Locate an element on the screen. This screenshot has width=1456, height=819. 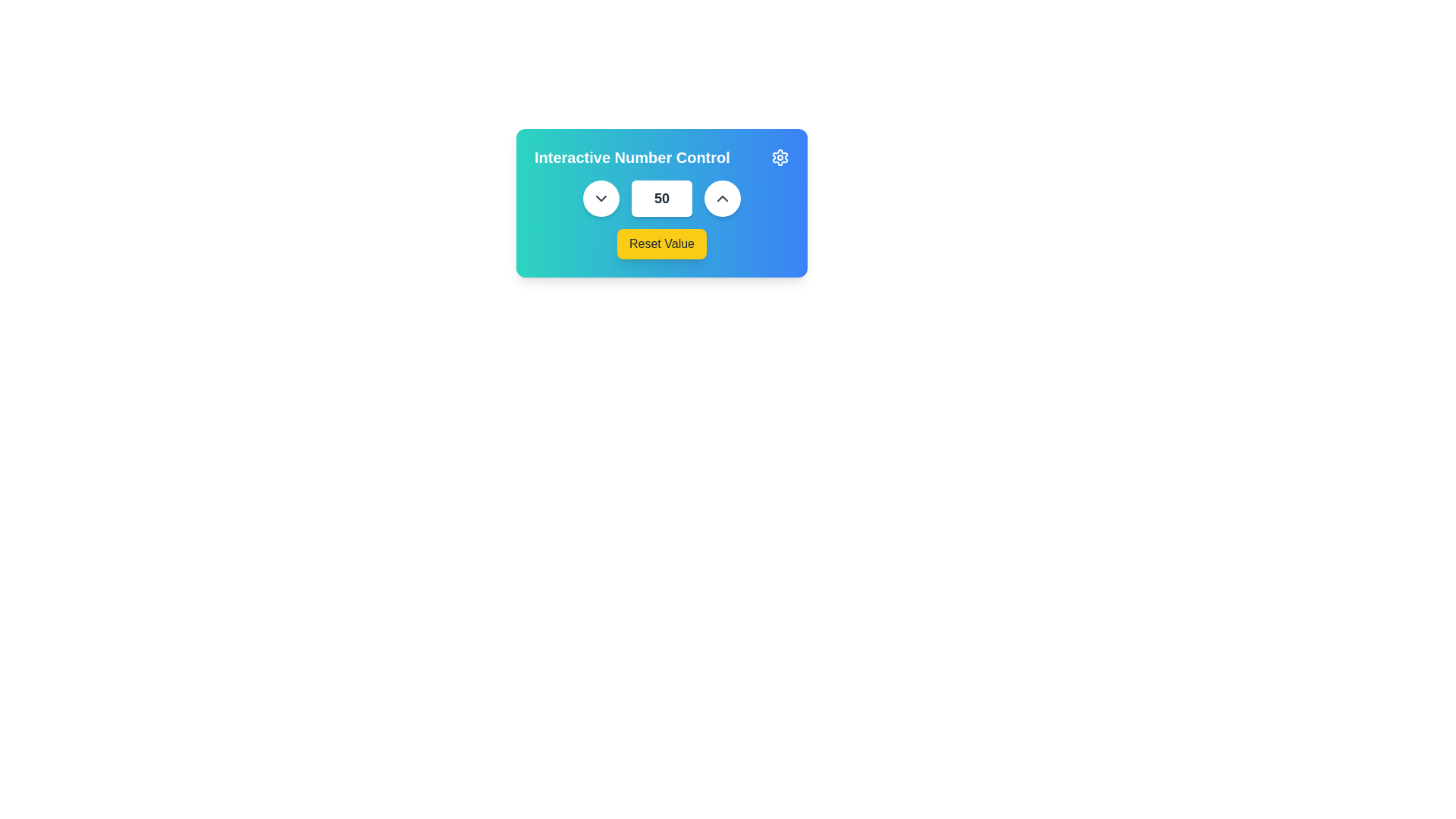
the numerical input box displaying the number '50' to focus on it for editing is located at coordinates (662, 198).